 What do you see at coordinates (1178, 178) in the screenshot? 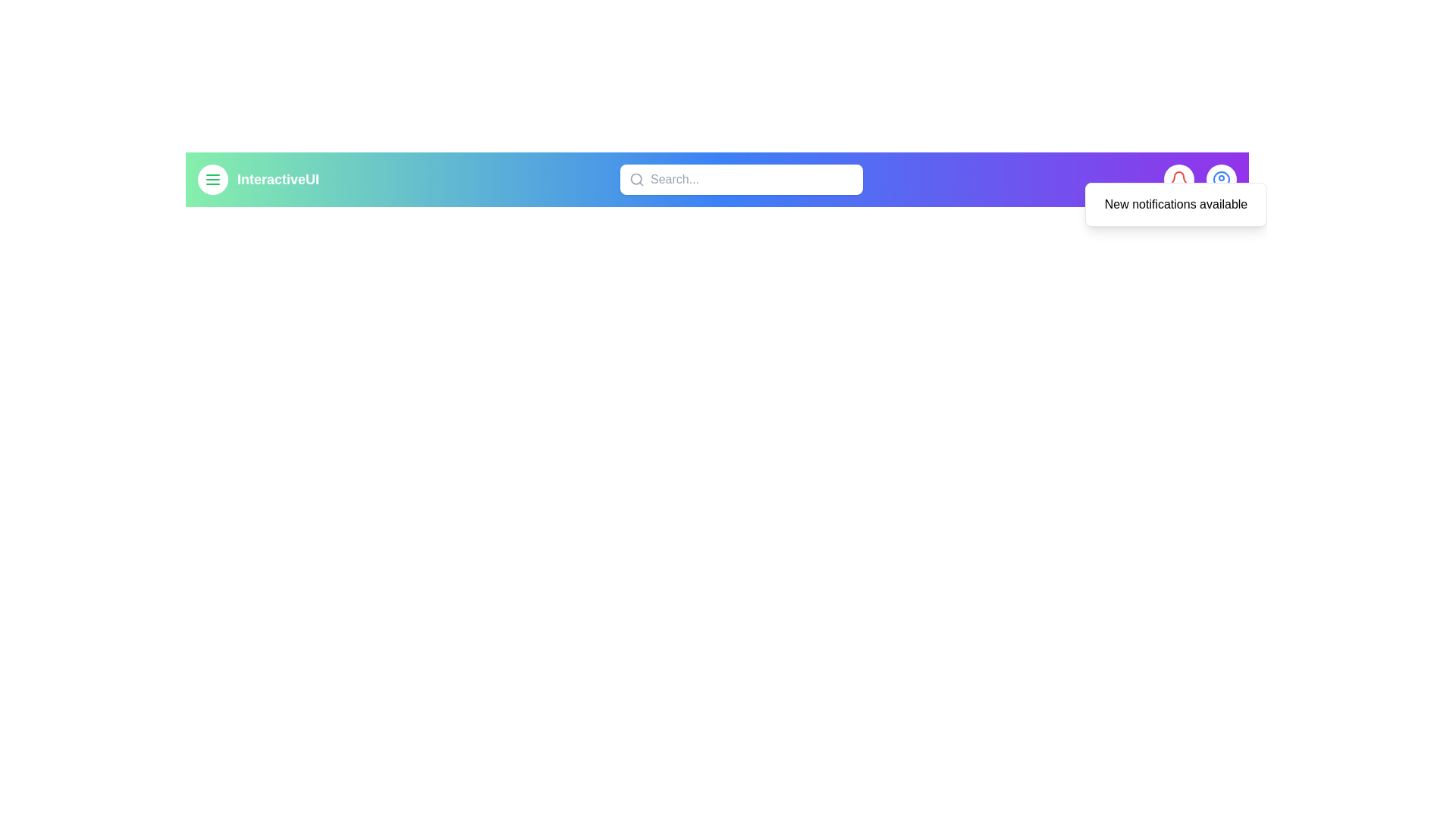
I see `the bell icon to toggle the visibility of notifications` at bounding box center [1178, 178].